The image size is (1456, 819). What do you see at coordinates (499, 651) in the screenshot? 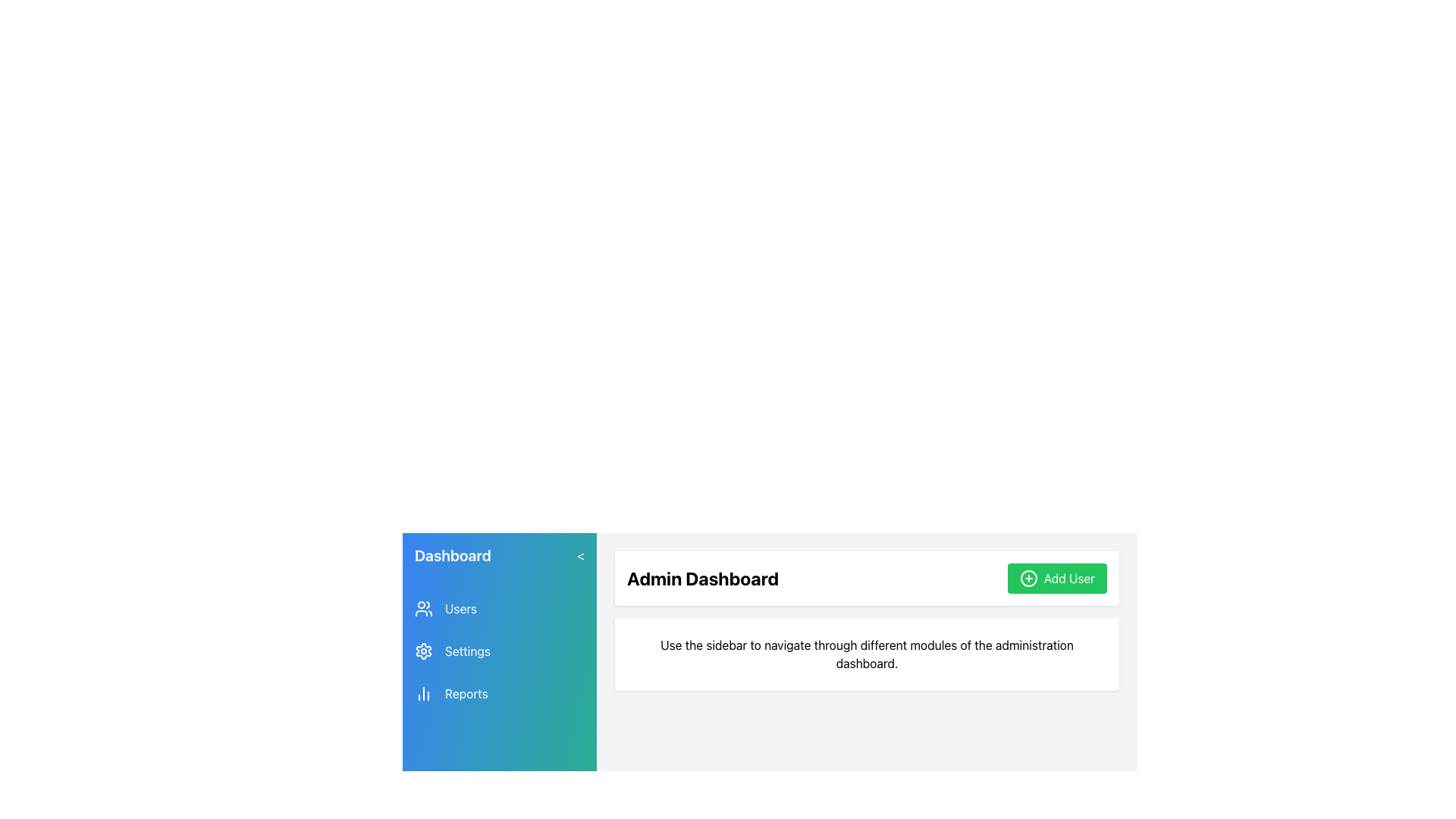
I see `the 'Settings' button located in the sidebar menu` at bounding box center [499, 651].